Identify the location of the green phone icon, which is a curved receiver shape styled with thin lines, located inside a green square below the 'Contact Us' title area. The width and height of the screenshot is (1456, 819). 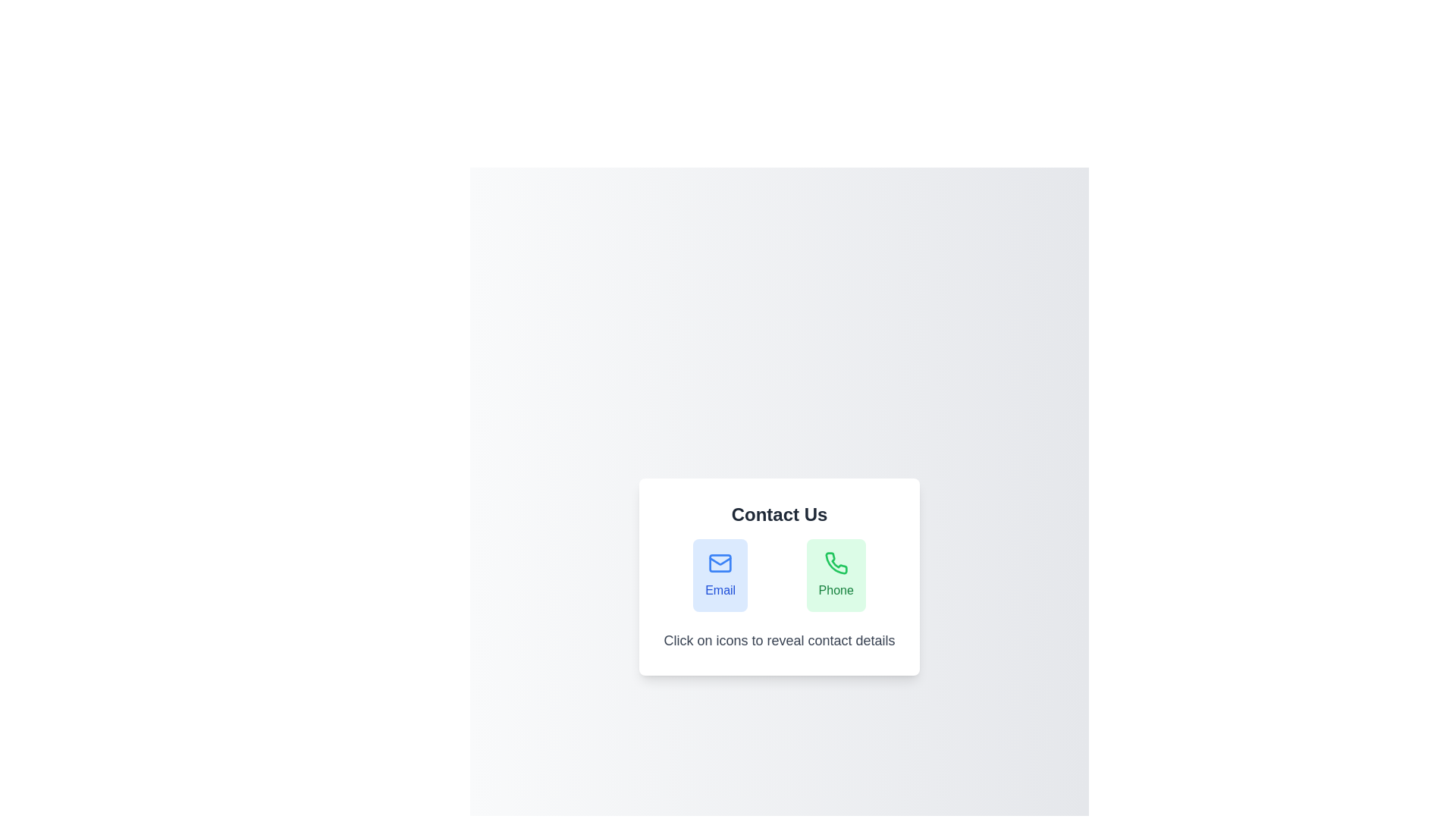
(835, 563).